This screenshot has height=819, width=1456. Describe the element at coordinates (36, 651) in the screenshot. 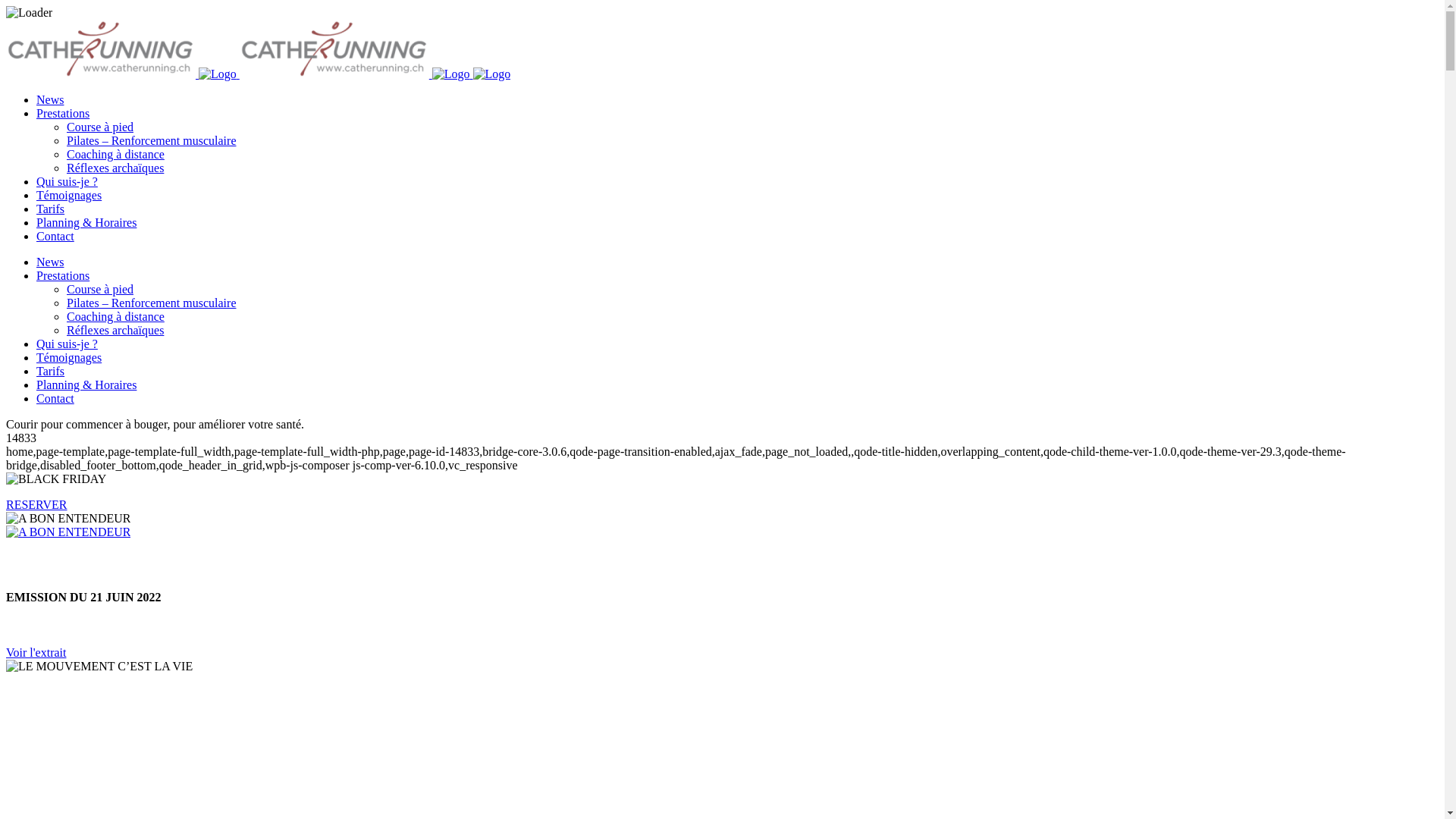

I see `'Voir l'extrait'` at that location.